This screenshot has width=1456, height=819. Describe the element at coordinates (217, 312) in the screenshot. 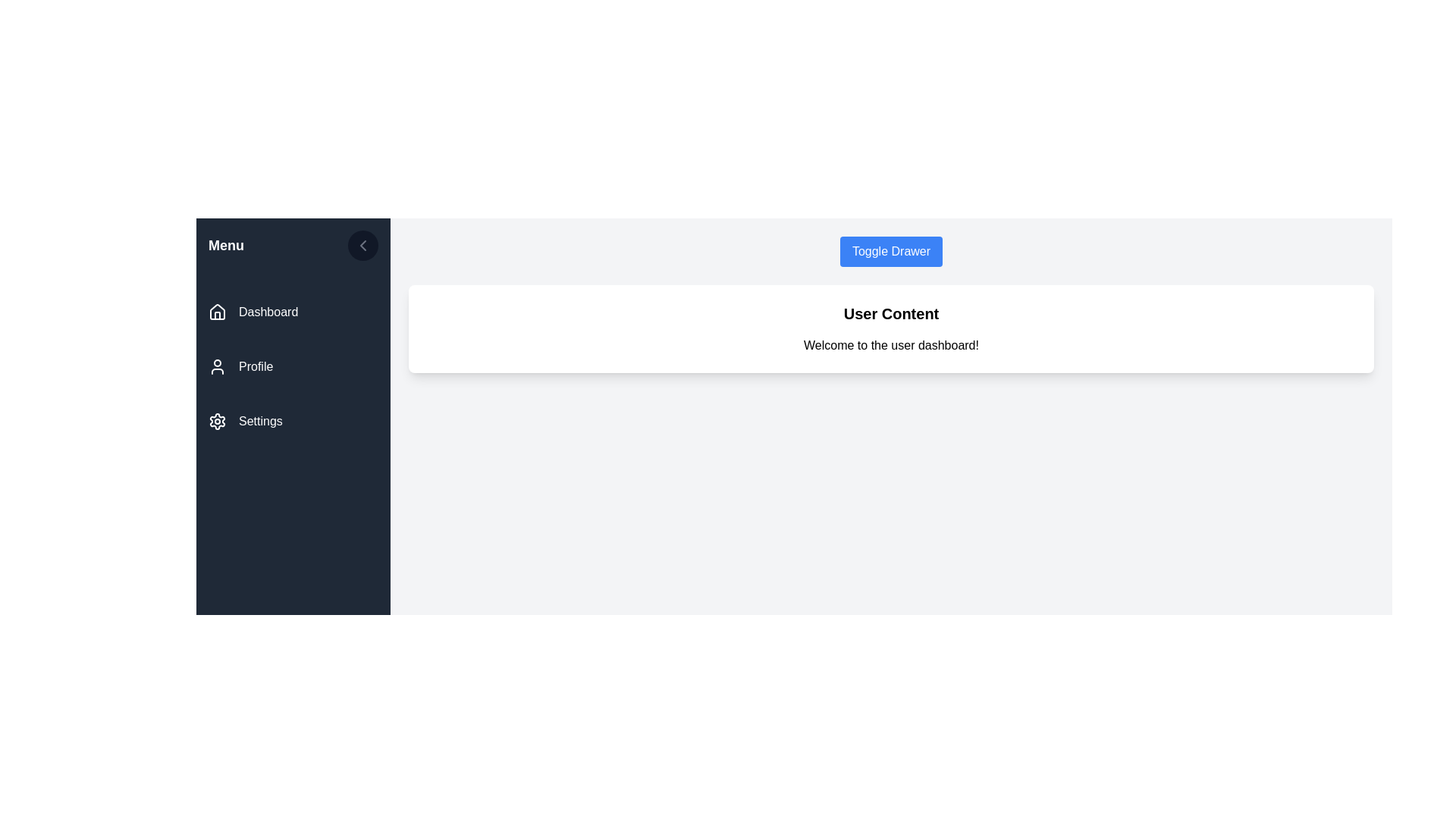

I see `the 'Dashboard' icon in the vertical sidebar` at that location.